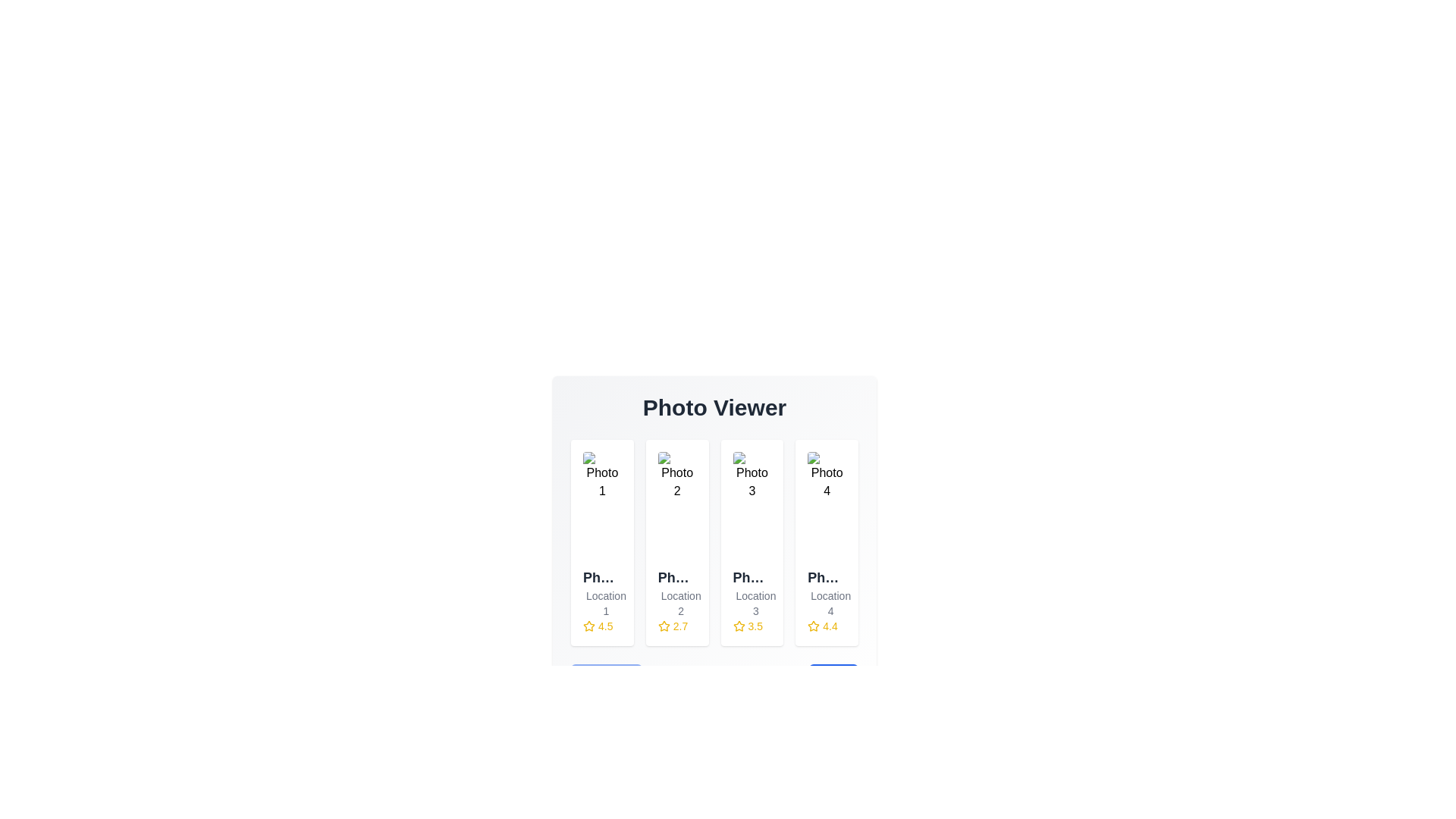  What do you see at coordinates (601, 602) in the screenshot?
I see `the static text element labeled 'Location 1', which is styled in gray font and located within a card layout, positioned below 'Photo 1' and above a rating indicator` at bounding box center [601, 602].